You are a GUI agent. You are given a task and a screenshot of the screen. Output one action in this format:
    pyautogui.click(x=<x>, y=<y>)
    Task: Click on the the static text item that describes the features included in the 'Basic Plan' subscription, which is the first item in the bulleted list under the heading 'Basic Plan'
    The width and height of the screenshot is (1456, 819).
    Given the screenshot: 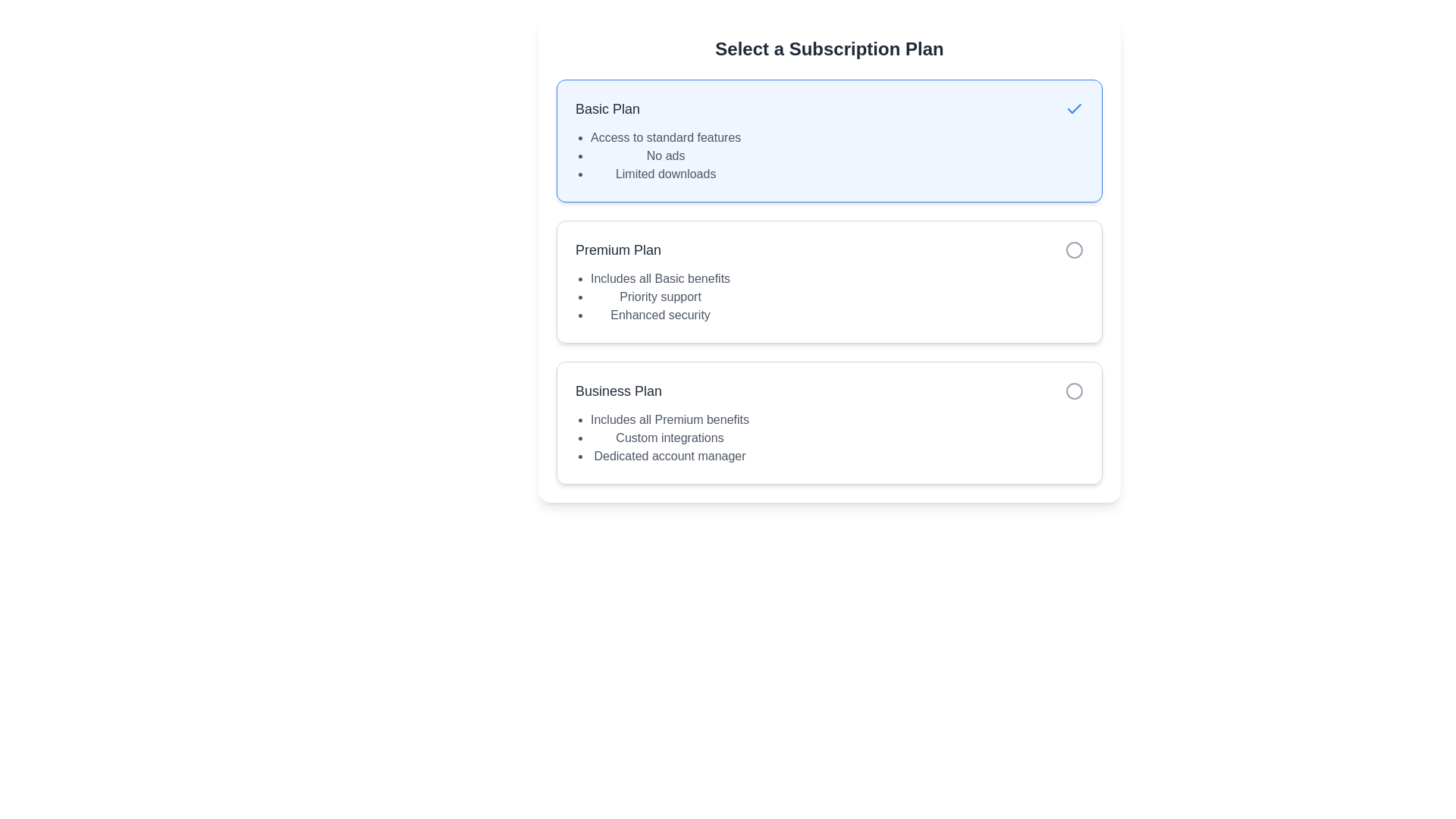 What is the action you would take?
    pyautogui.click(x=666, y=137)
    